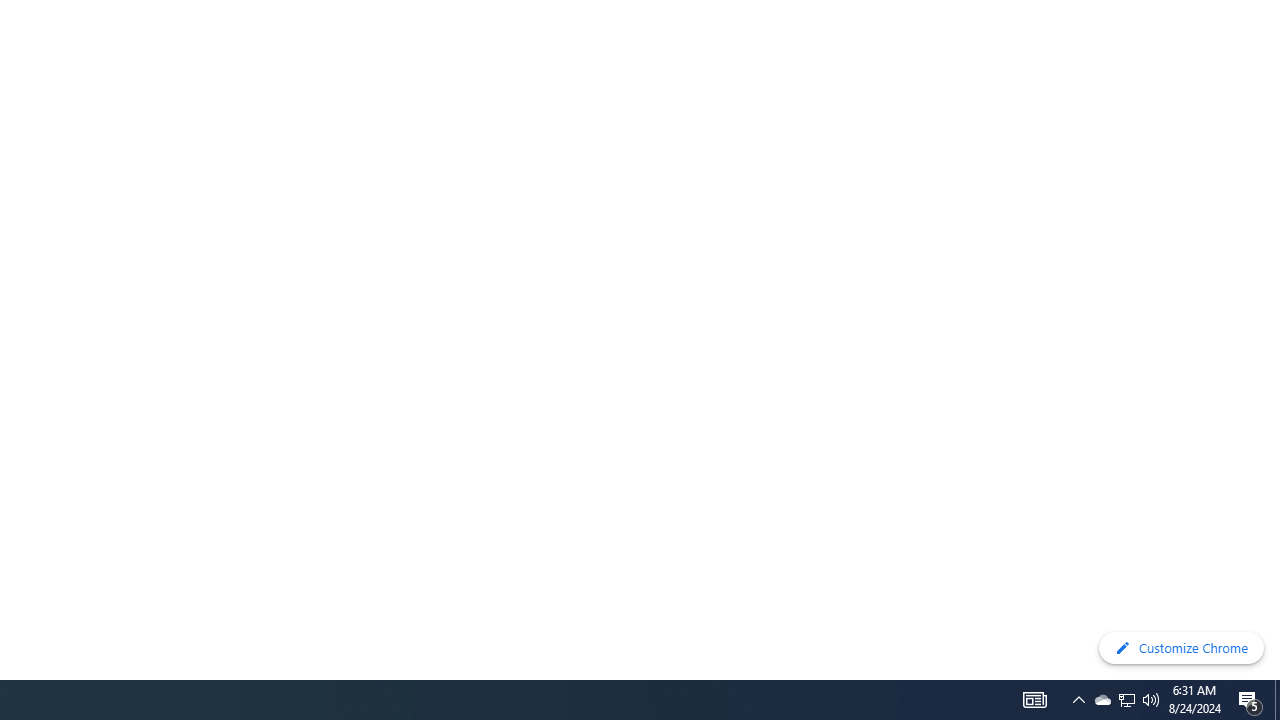 This screenshot has height=720, width=1280. I want to click on 'Customize Chrome', so click(1181, 648).